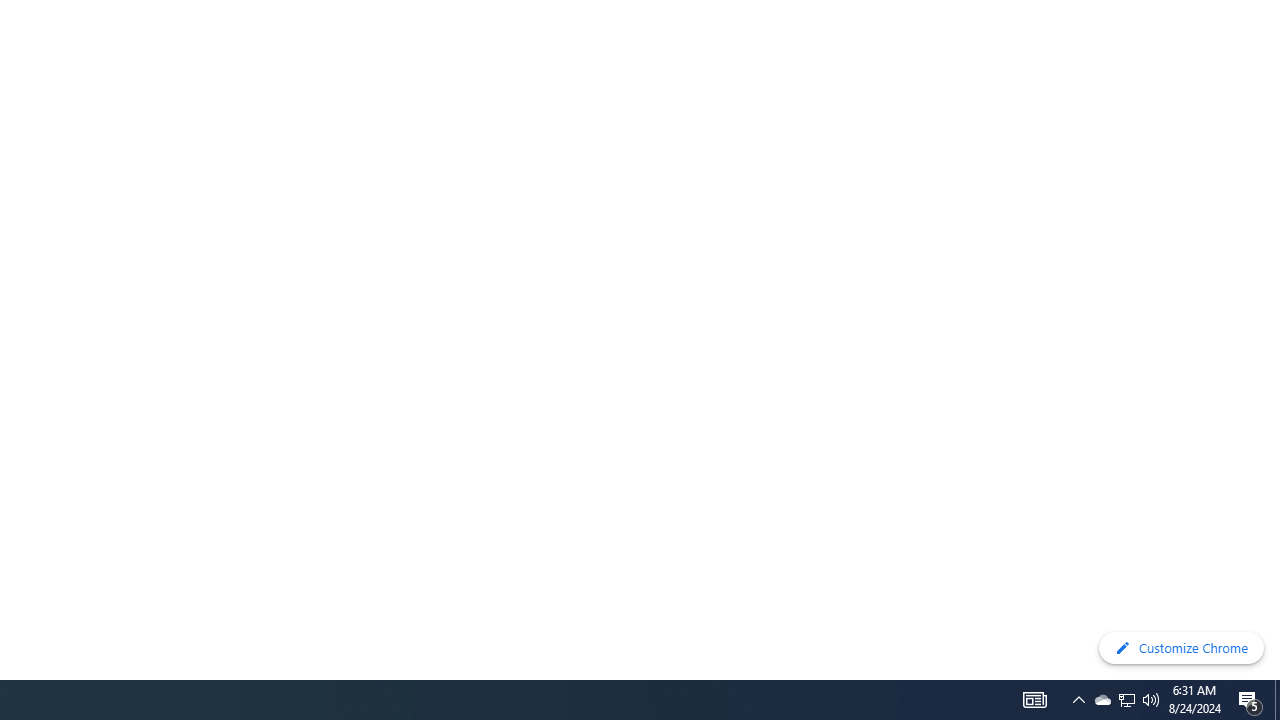 This screenshot has height=720, width=1280. I want to click on 'Customize Chrome', so click(1181, 648).